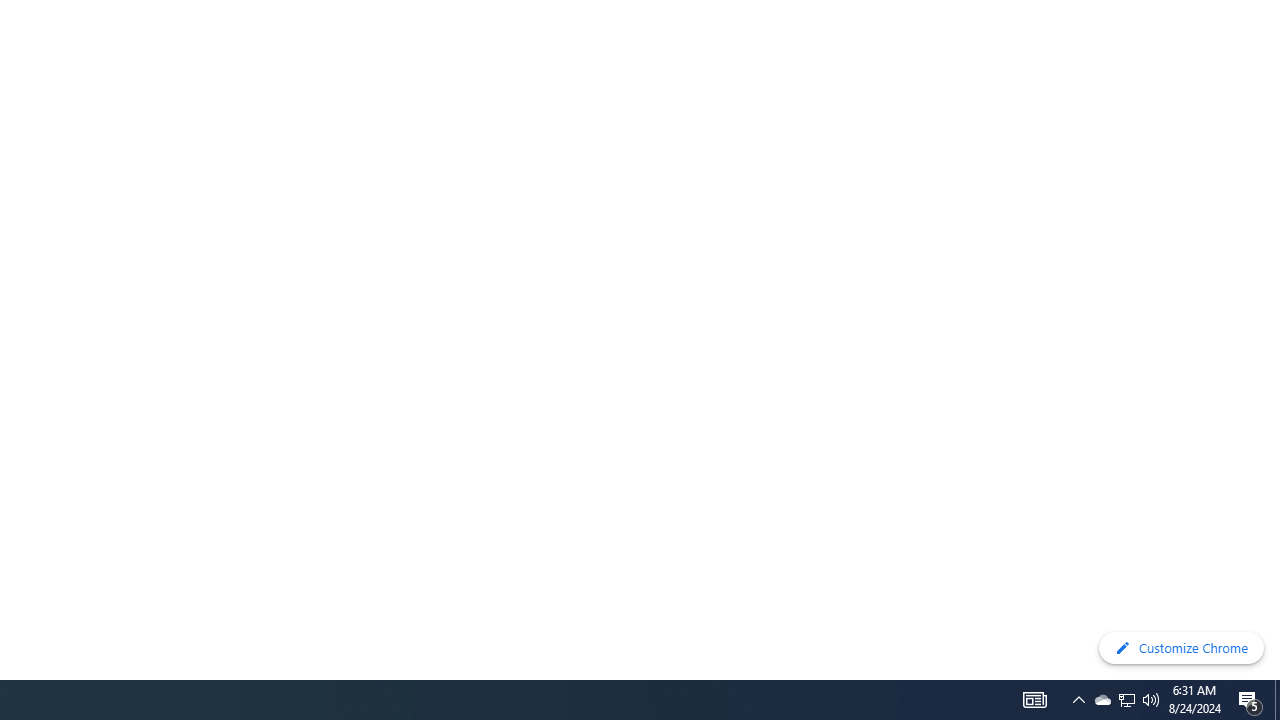 This screenshot has height=720, width=1280. I want to click on 'Customize Chrome', so click(1181, 648).